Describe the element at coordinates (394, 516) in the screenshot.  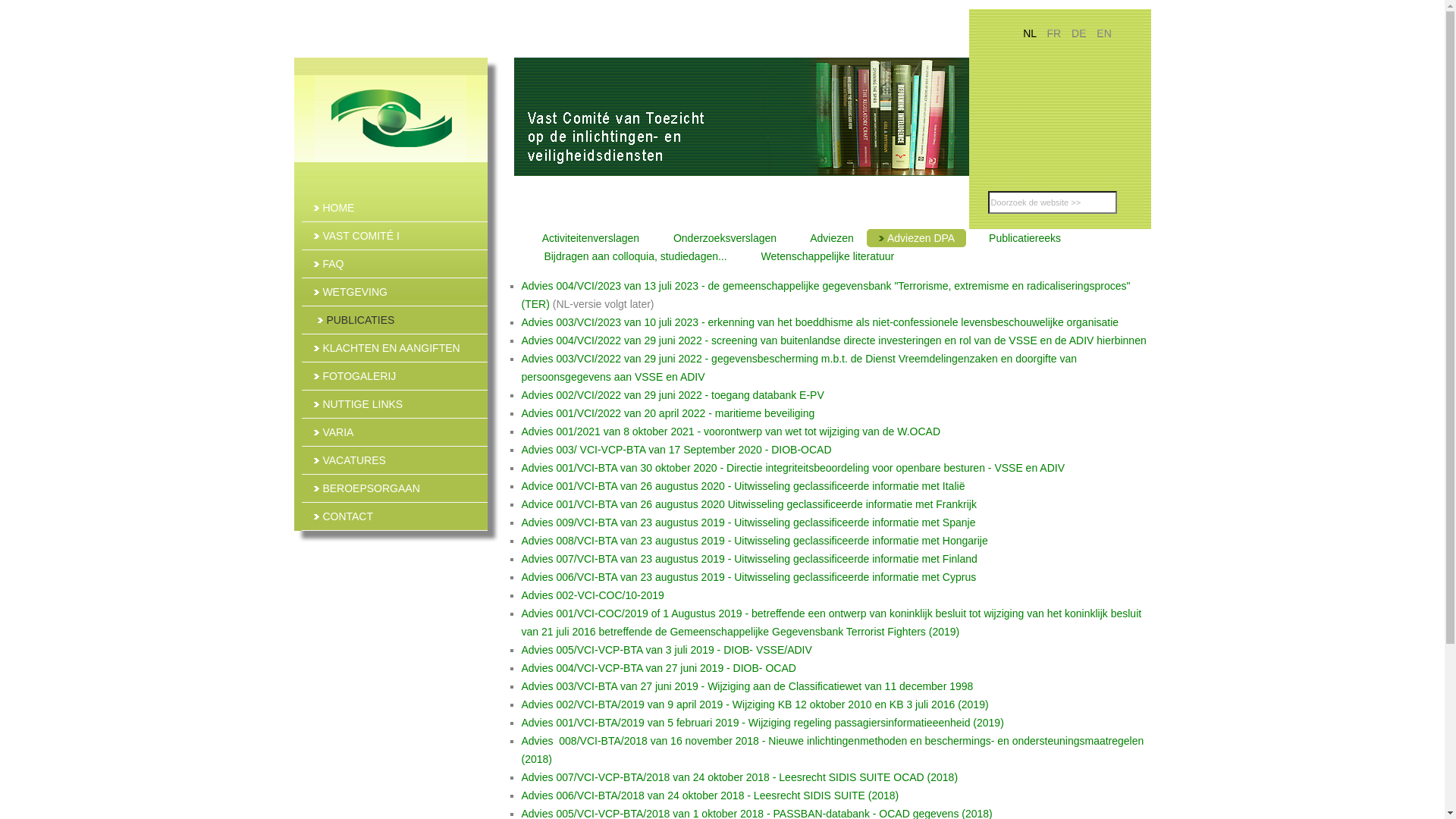
I see `'CONTACT'` at that location.